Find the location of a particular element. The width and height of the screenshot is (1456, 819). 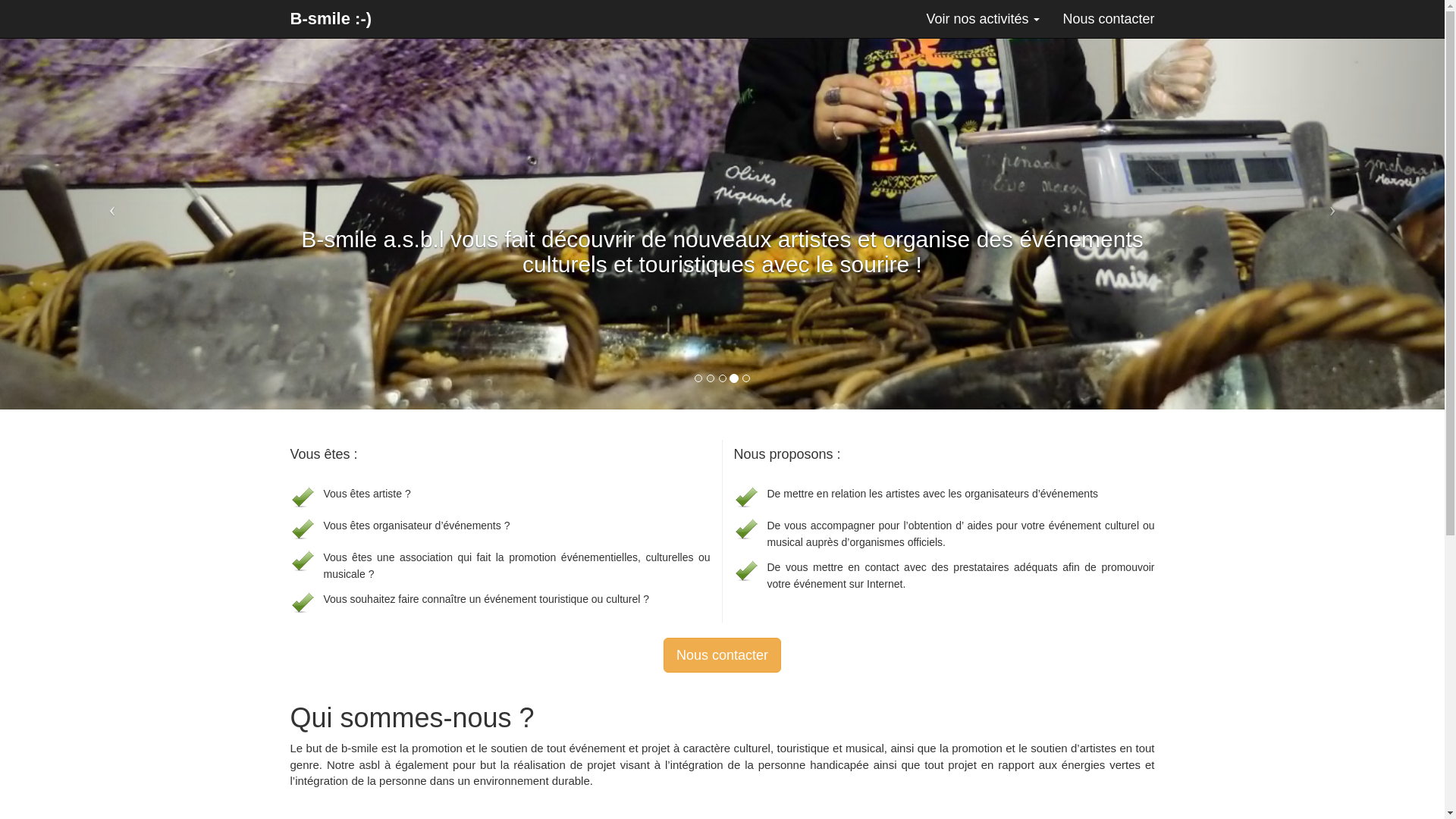

'Nous contacter' is located at coordinates (1108, 18).